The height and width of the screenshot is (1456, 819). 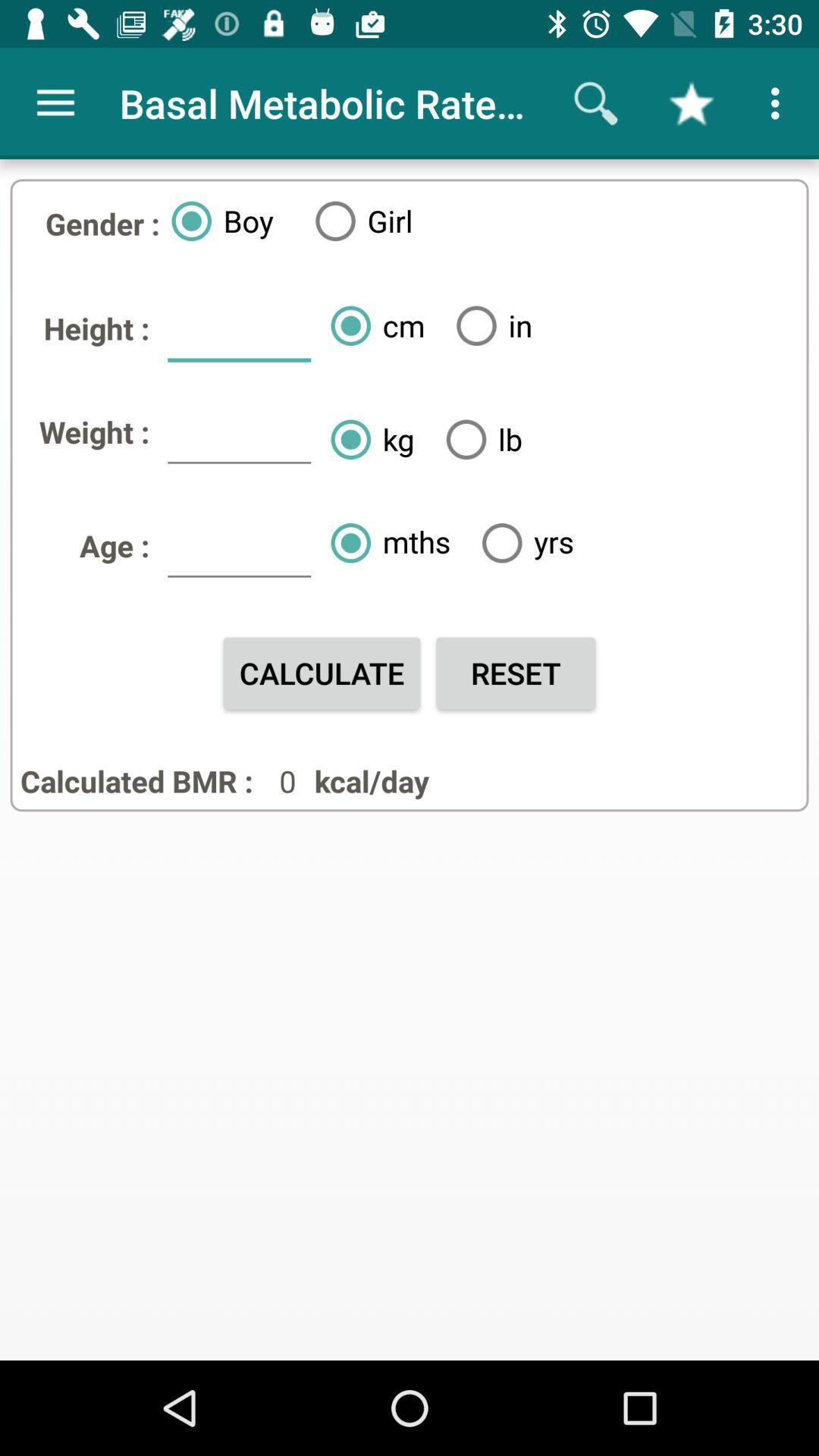 What do you see at coordinates (521, 543) in the screenshot?
I see `the icon above the reset item` at bounding box center [521, 543].